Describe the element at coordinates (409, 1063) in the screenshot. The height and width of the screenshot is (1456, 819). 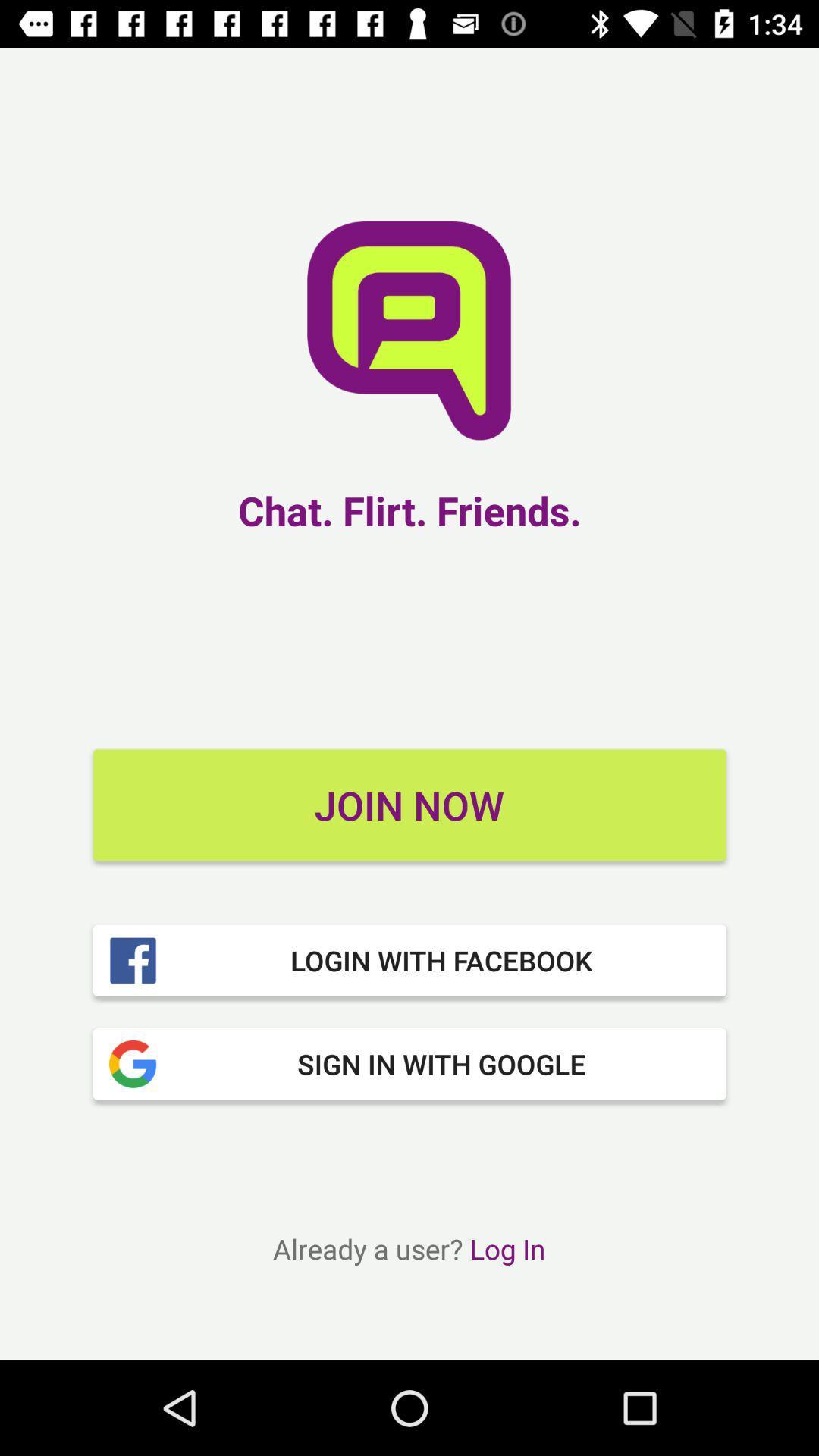
I see `item below login with facebook item` at that location.